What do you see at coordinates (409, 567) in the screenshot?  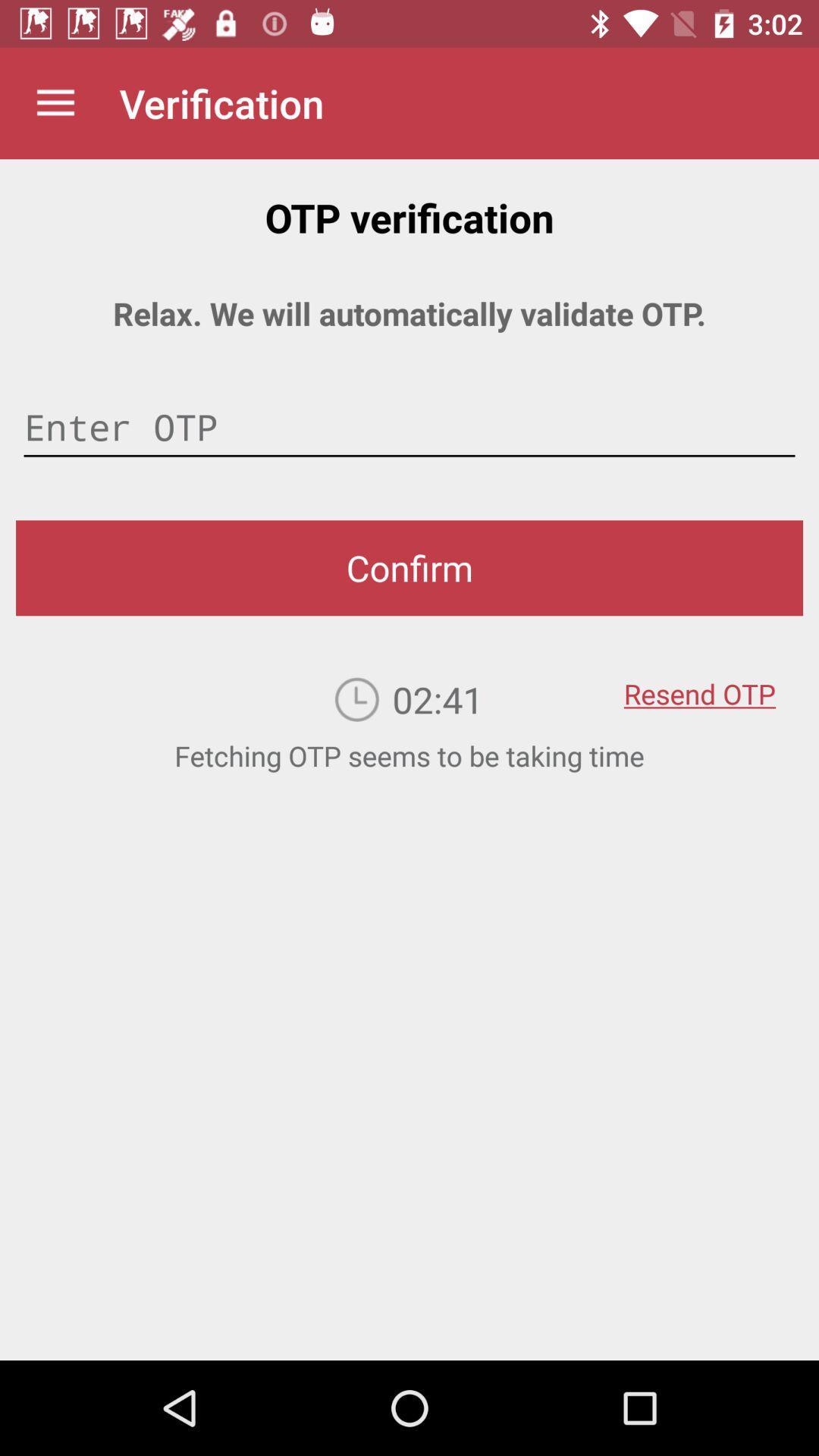 I see `the icon above  resend otp  icon` at bounding box center [409, 567].